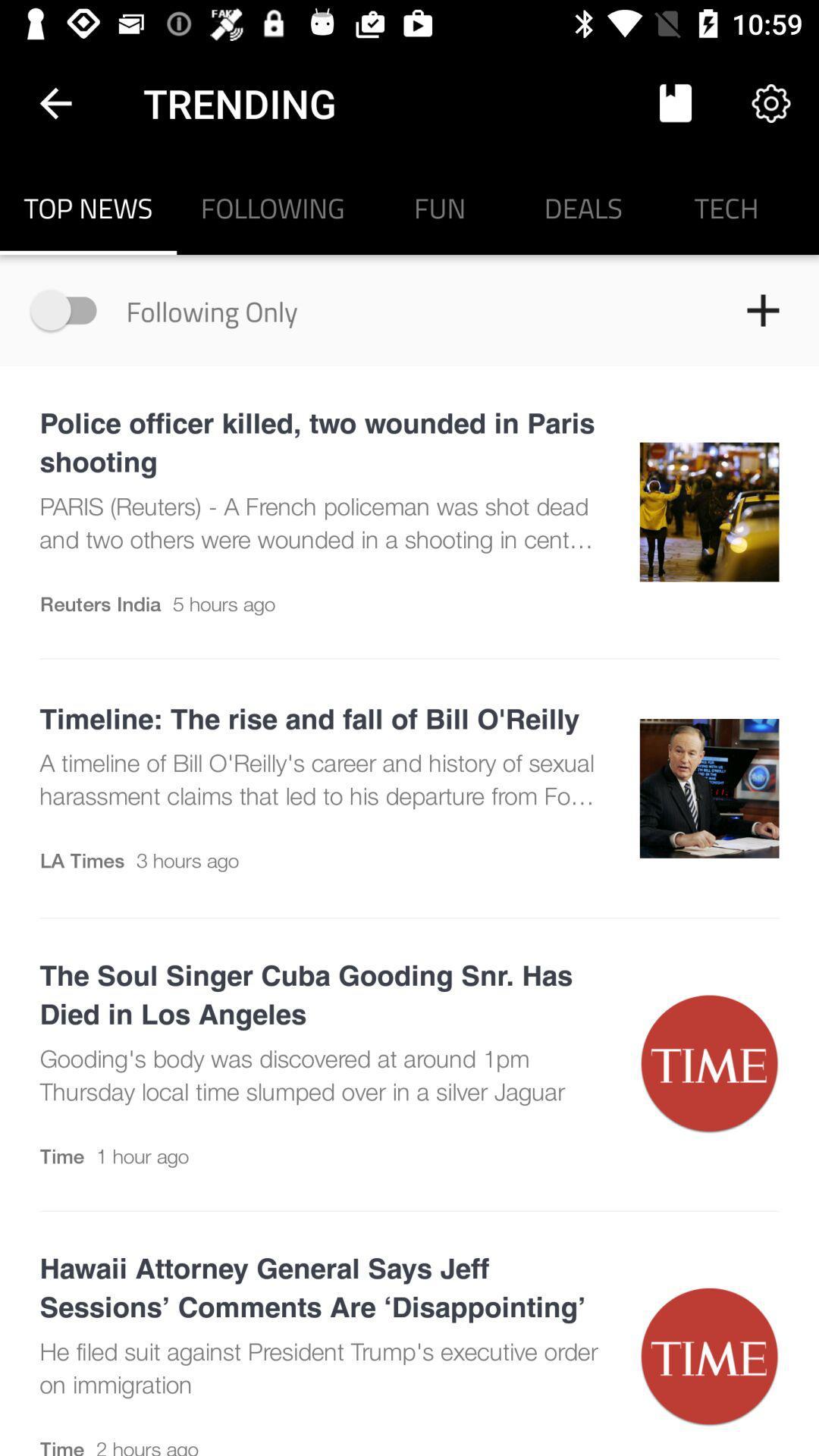 The height and width of the screenshot is (1456, 819). What do you see at coordinates (71, 309) in the screenshot?
I see `following only option` at bounding box center [71, 309].